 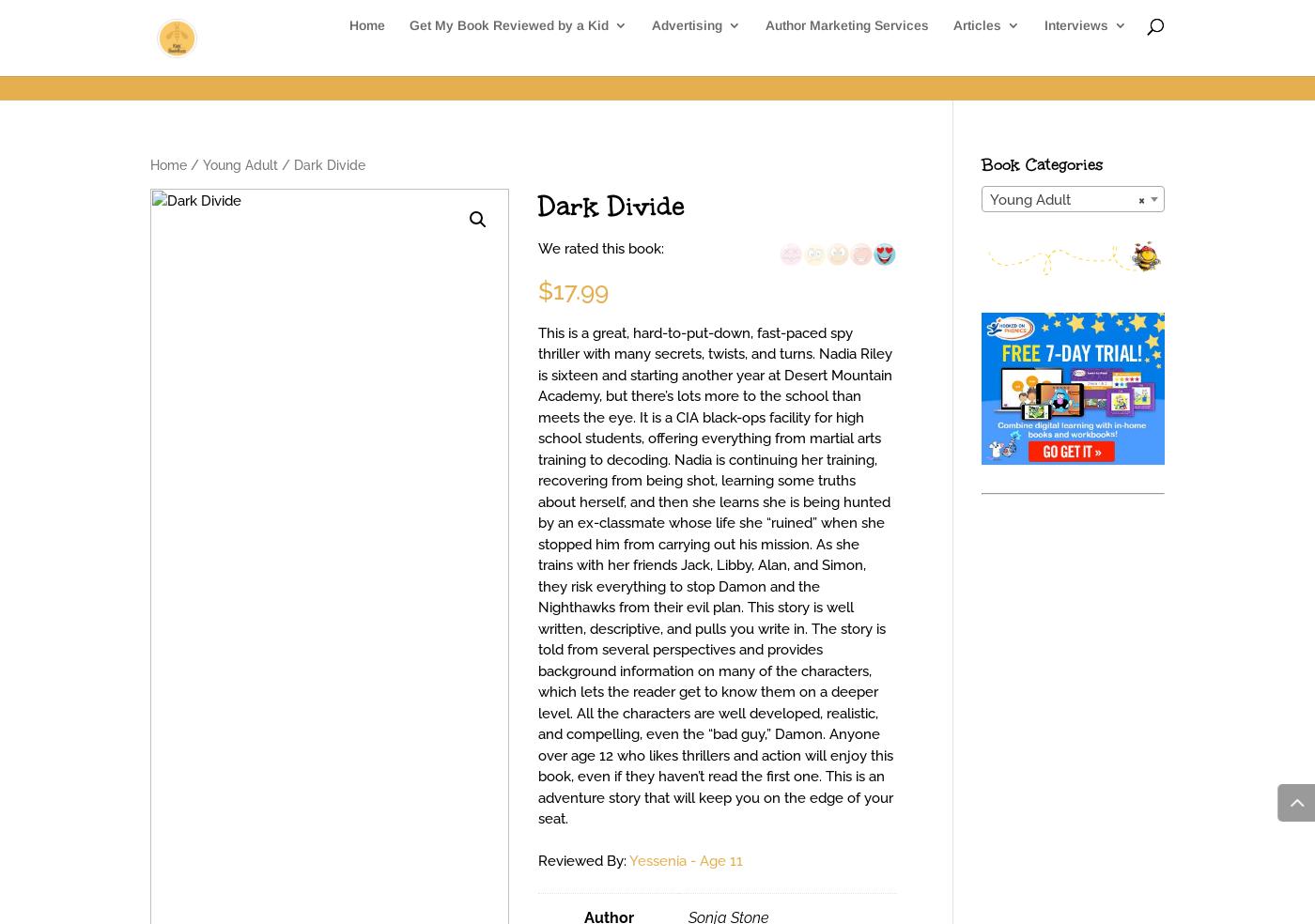 I want to click on '/ Dark Divide', so click(x=321, y=165).